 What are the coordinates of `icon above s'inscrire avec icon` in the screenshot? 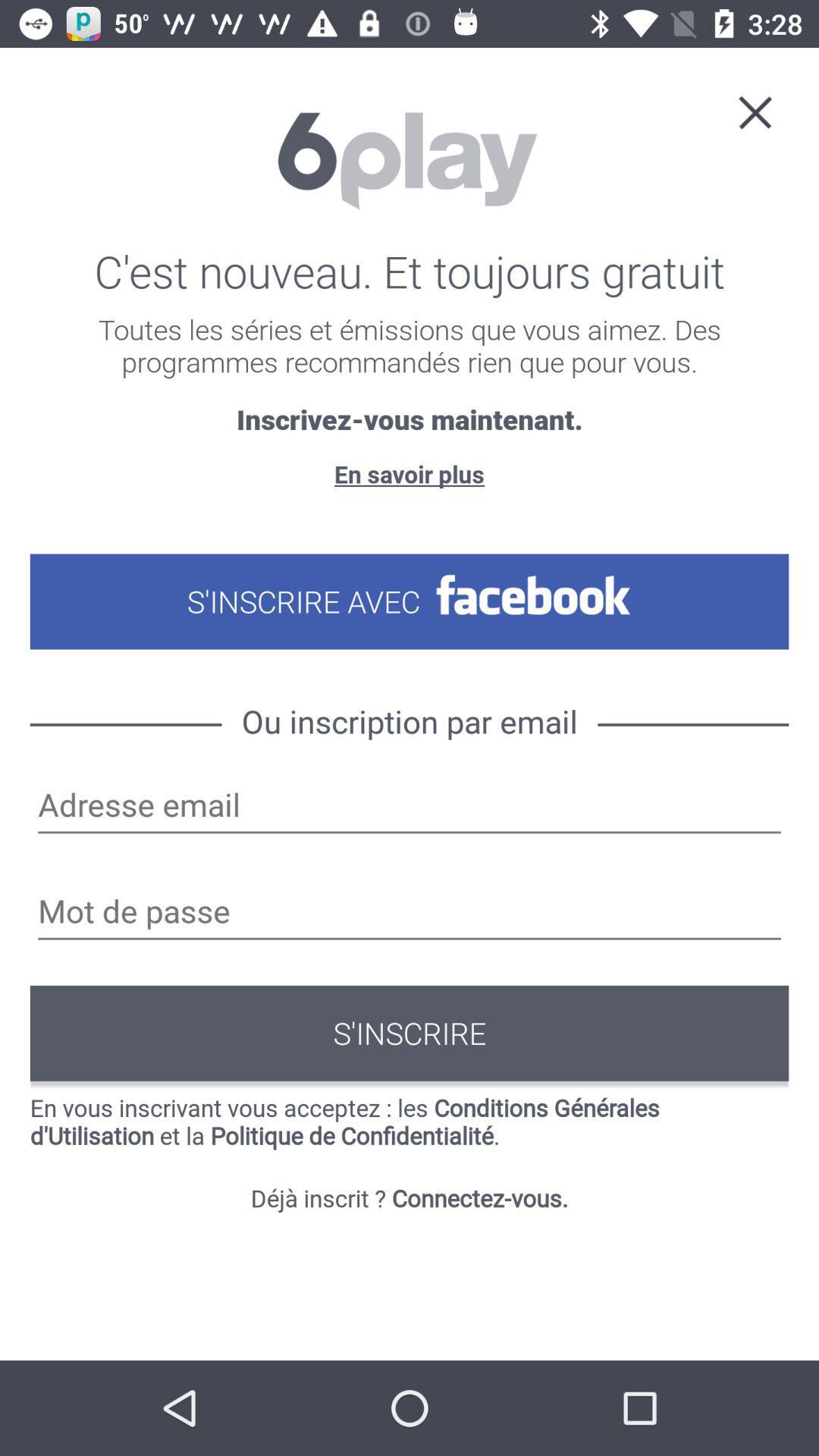 It's located at (409, 473).